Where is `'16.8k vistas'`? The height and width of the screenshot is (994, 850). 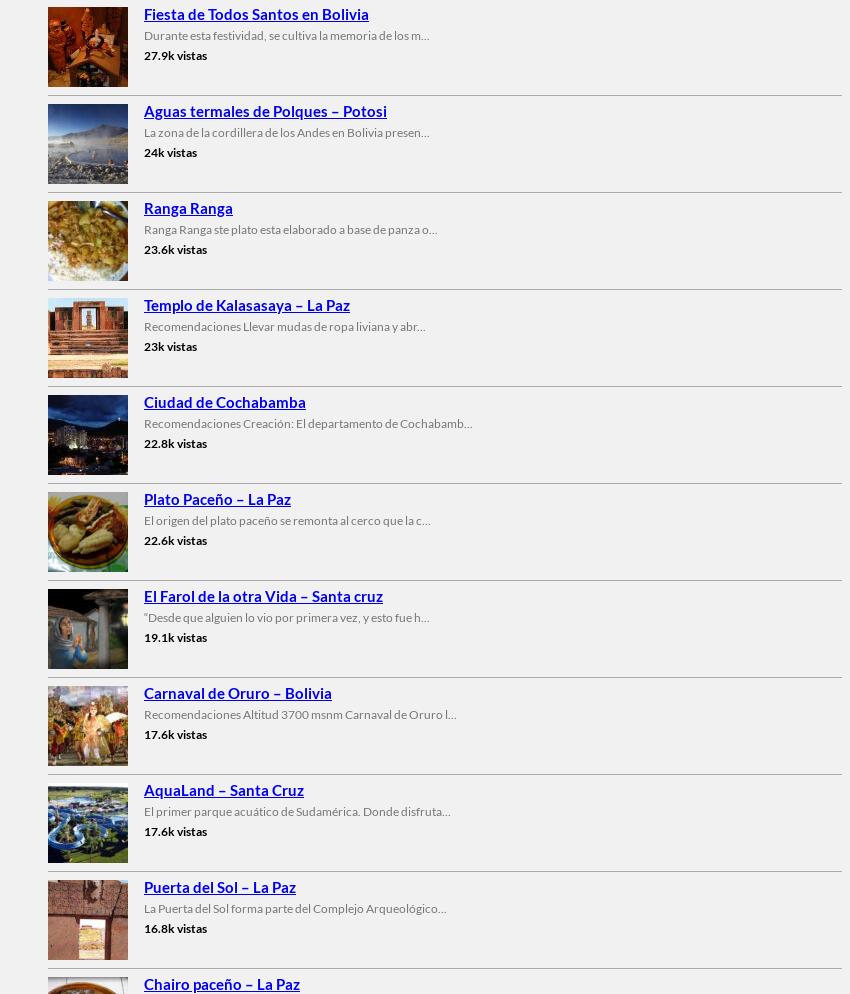 '16.8k vistas' is located at coordinates (174, 927).